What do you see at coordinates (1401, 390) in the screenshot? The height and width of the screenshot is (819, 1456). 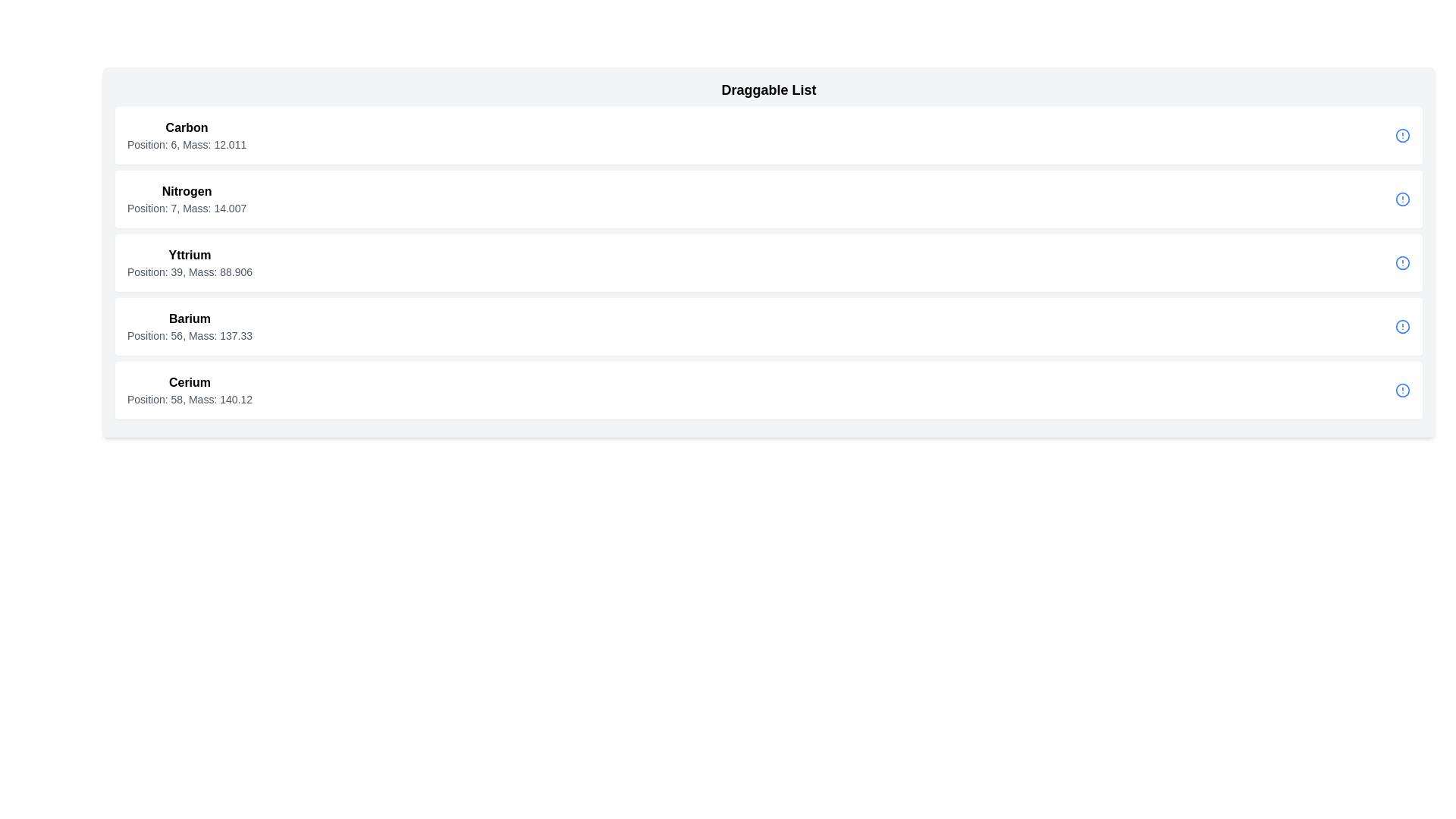 I see `the informational or alert icon at the end of the 'Cerium' row in the draggable list` at bounding box center [1401, 390].